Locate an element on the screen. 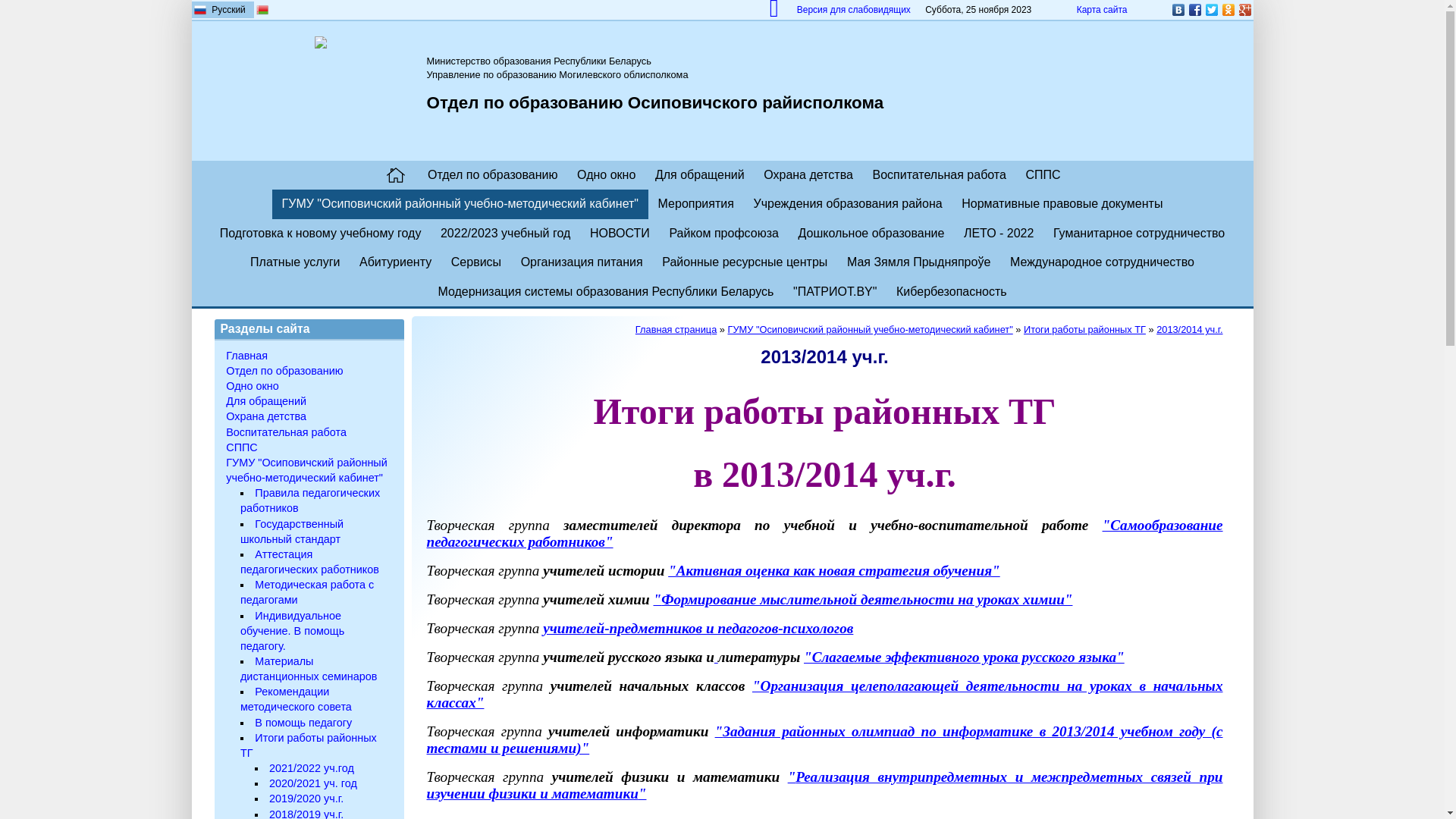 The width and height of the screenshot is (1456, 819). 'Twitter' is located at coordinates (1201, 9).